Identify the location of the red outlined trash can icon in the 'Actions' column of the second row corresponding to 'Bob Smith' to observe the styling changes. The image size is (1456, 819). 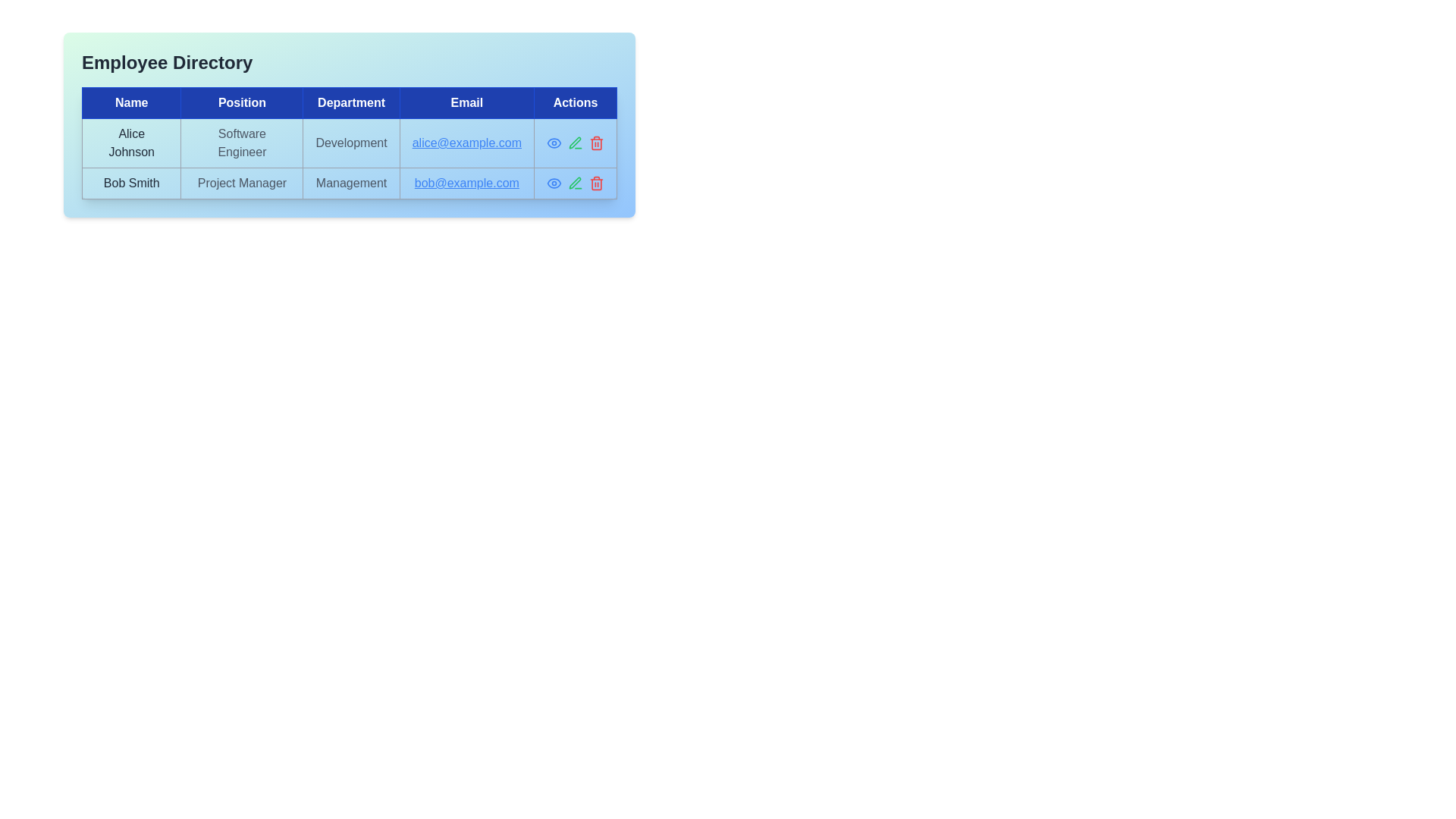
(596, 183).